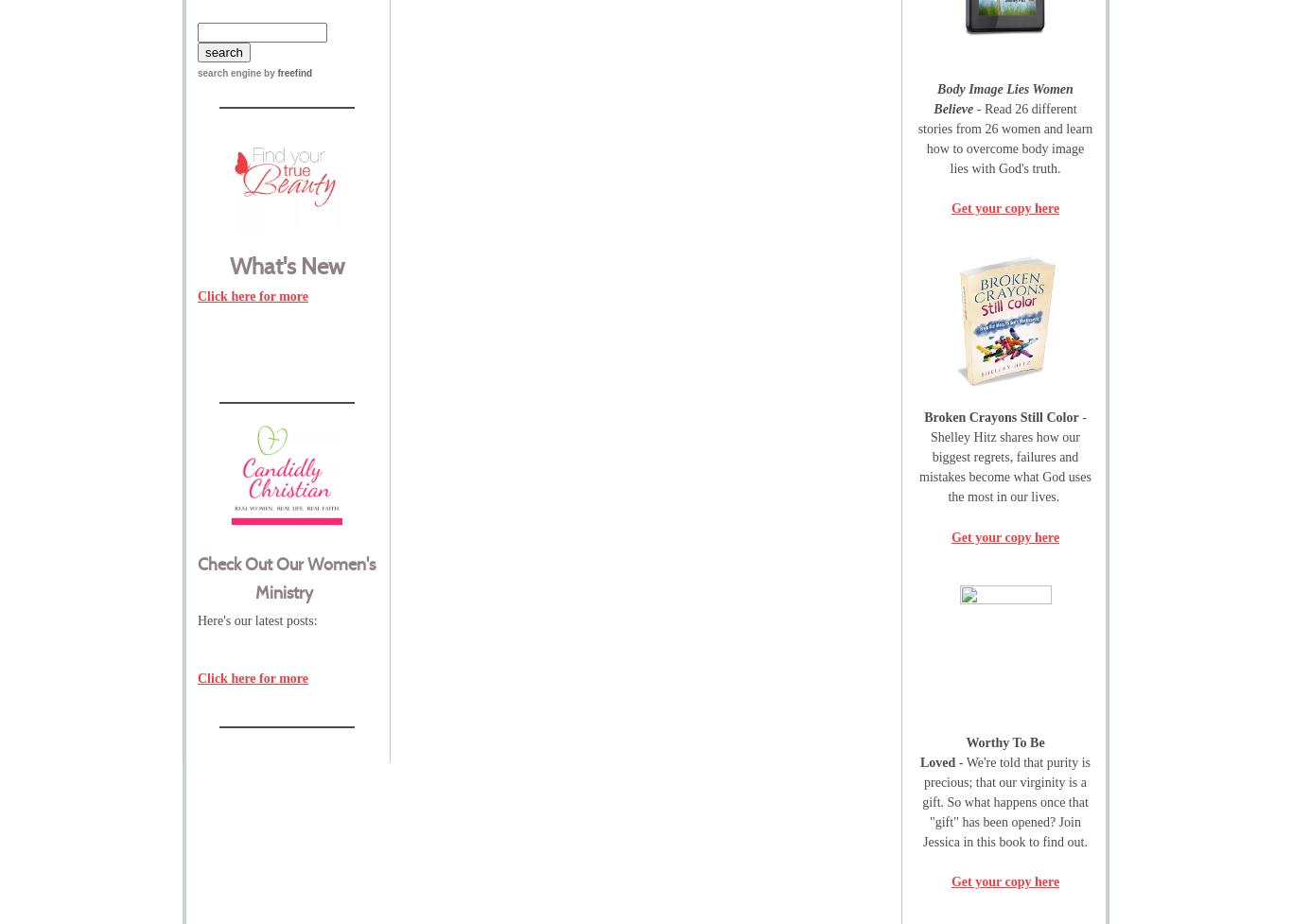 This screenshot has height=924, width=1292. What do you see at coordinates (294, 73) in the screenshot?
I see `'freefind'` at bounding box center [294, 73].